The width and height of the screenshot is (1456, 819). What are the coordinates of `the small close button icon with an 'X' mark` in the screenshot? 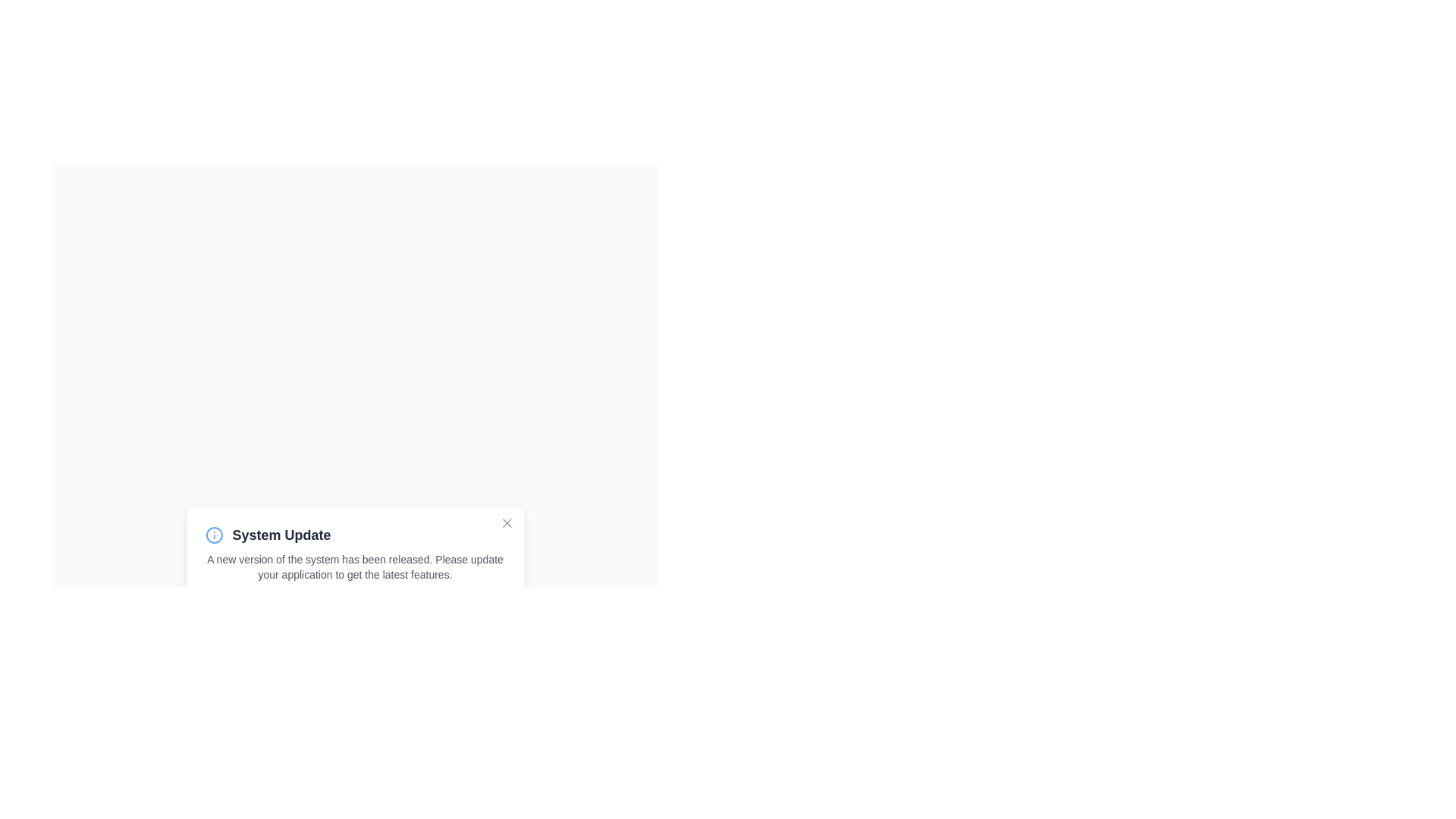 It's located at (507, 522).